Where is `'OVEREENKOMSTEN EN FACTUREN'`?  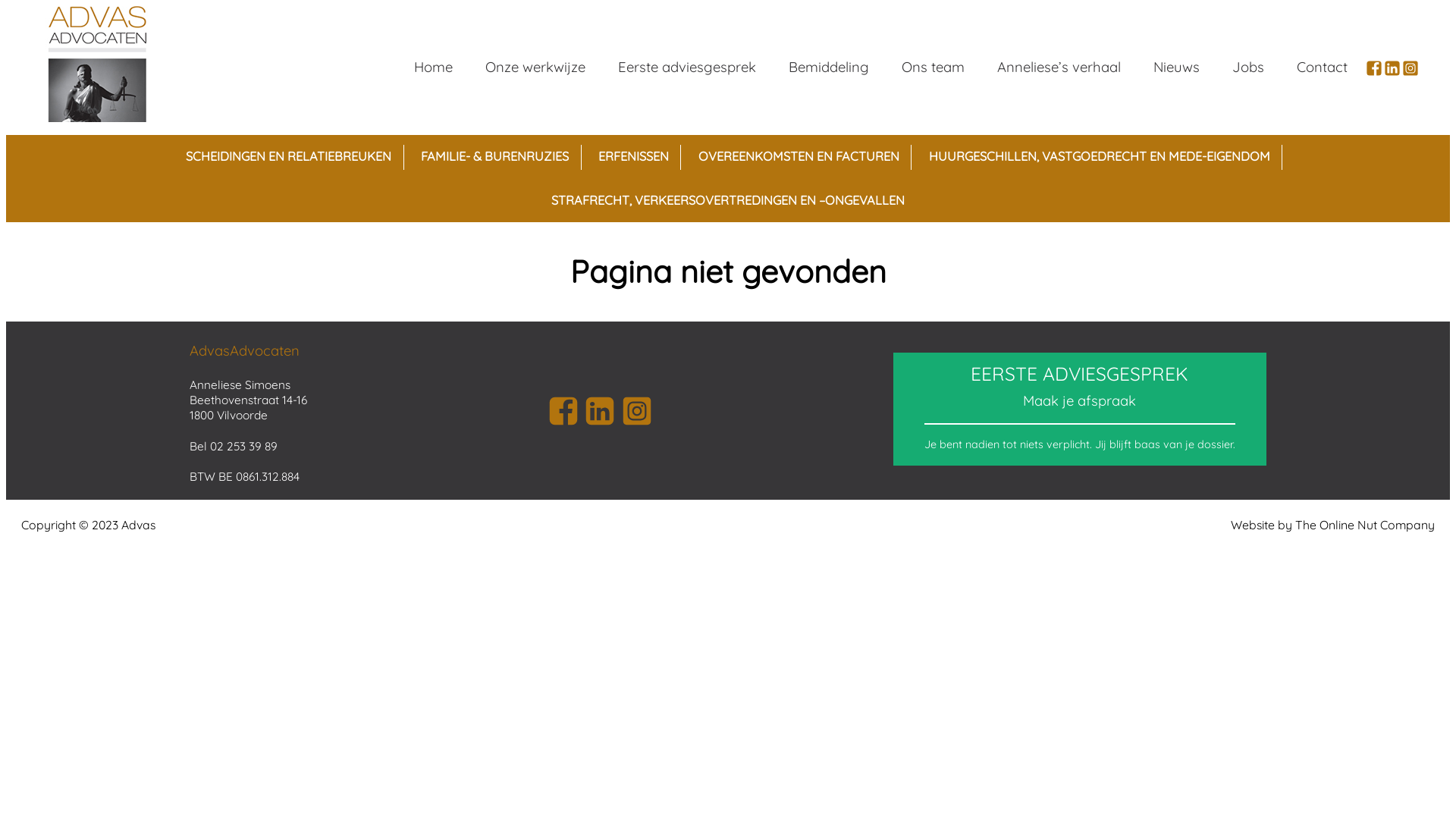
'OVEREENKOMSTEN EN FACTUREN' is located at coordinates (797, 157).